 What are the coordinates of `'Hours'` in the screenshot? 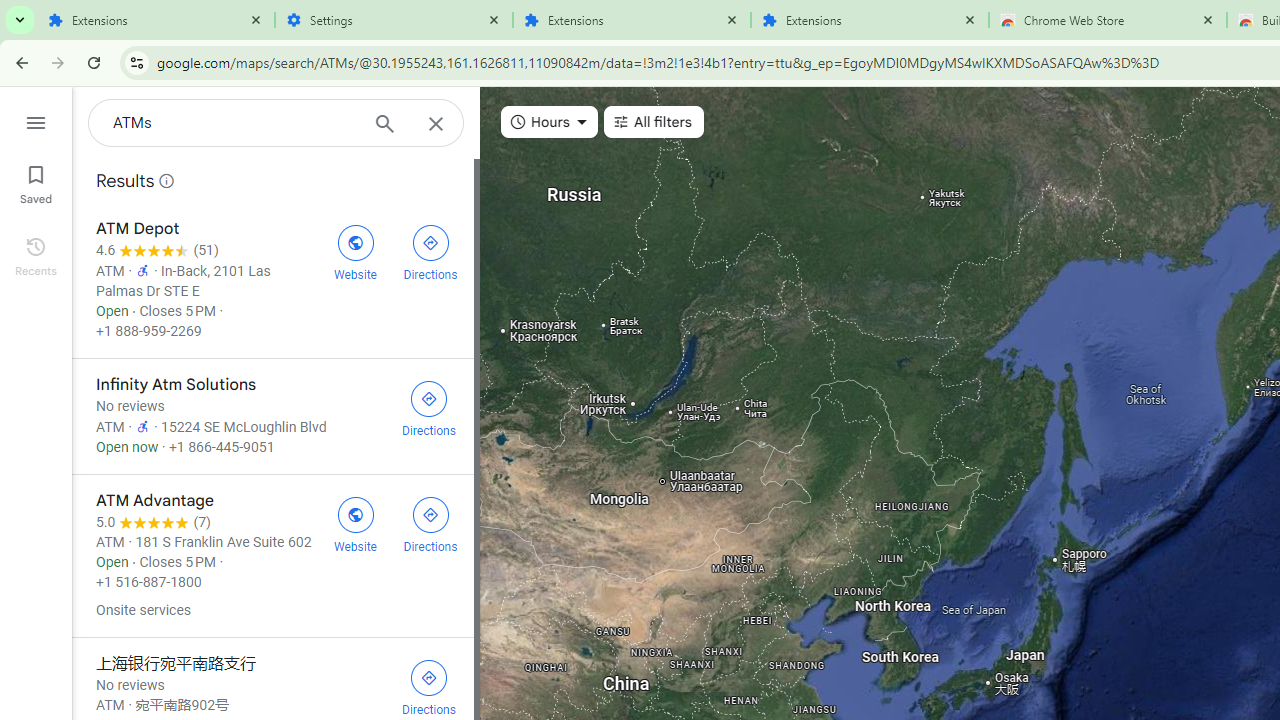 It's located at (549, 122).